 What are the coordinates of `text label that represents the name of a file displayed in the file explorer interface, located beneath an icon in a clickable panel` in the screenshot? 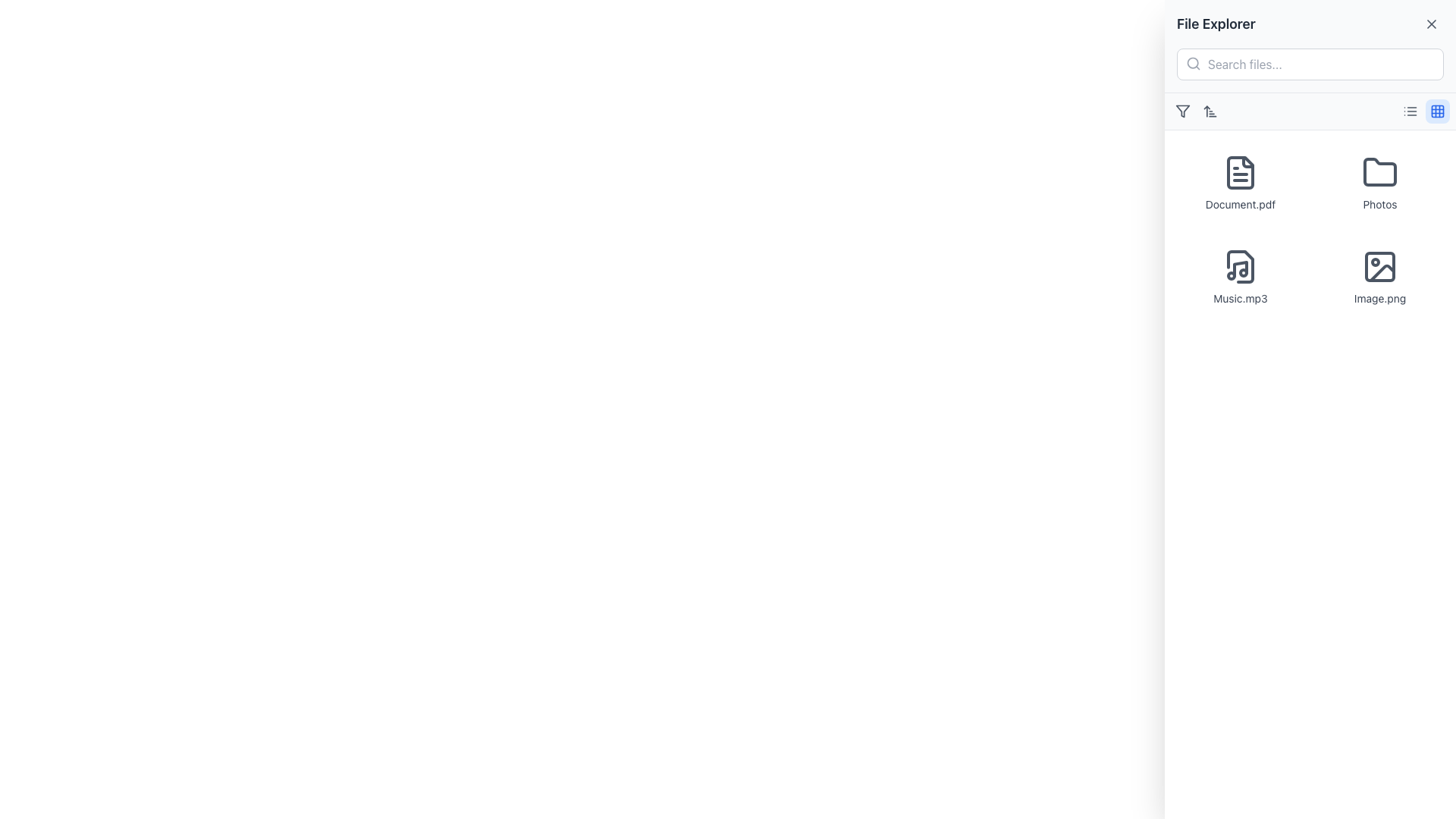 It's located at (1379, 298).